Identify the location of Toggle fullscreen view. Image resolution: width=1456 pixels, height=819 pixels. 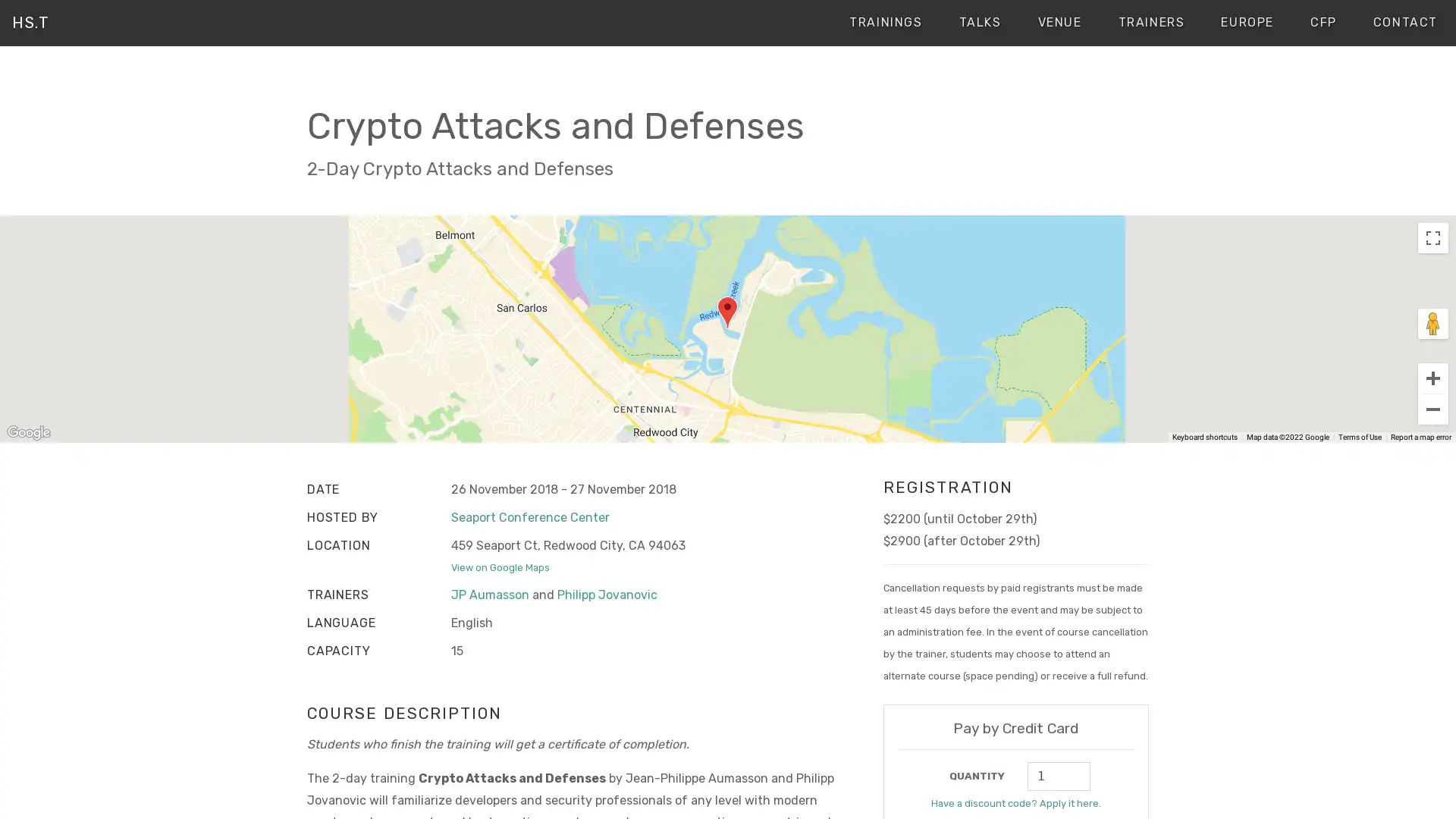
(1432, 237).